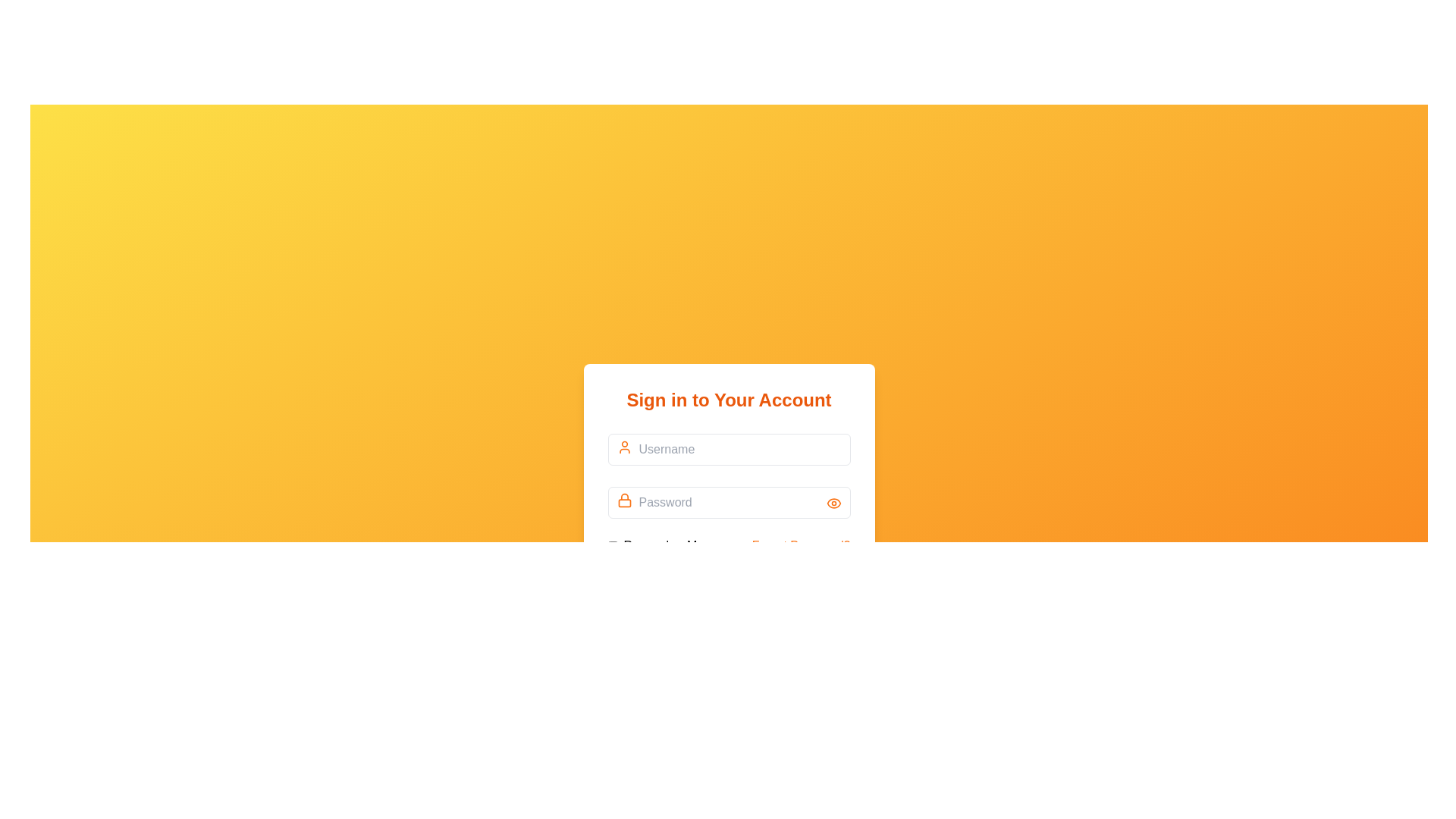 The width and height of the screenshot is (1456, 819). I want to click on the Password input field located below the username input field and above the 'Remember Me' section, so click(729, 513).